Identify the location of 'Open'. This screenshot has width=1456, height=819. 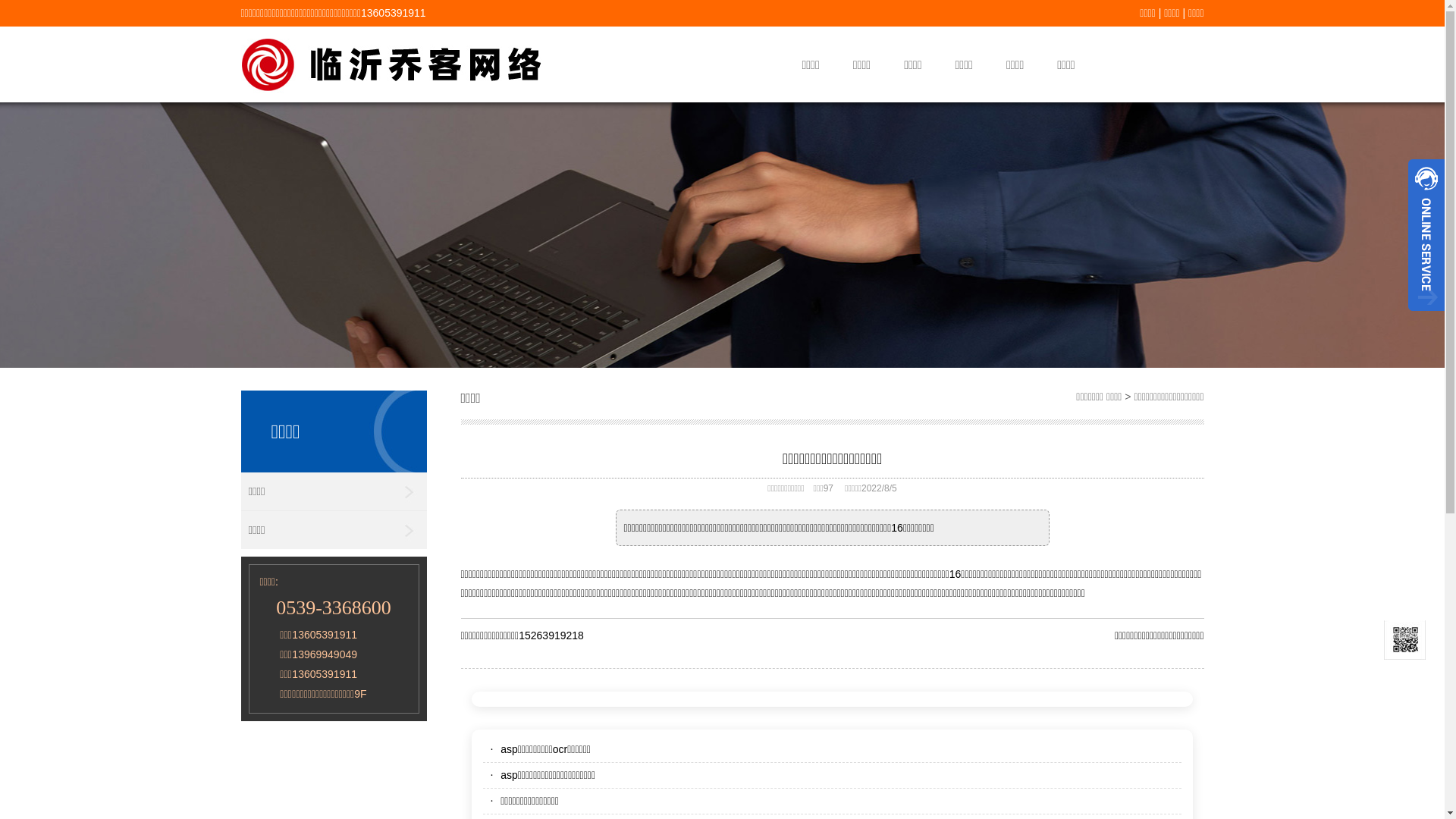
(1426, 234).